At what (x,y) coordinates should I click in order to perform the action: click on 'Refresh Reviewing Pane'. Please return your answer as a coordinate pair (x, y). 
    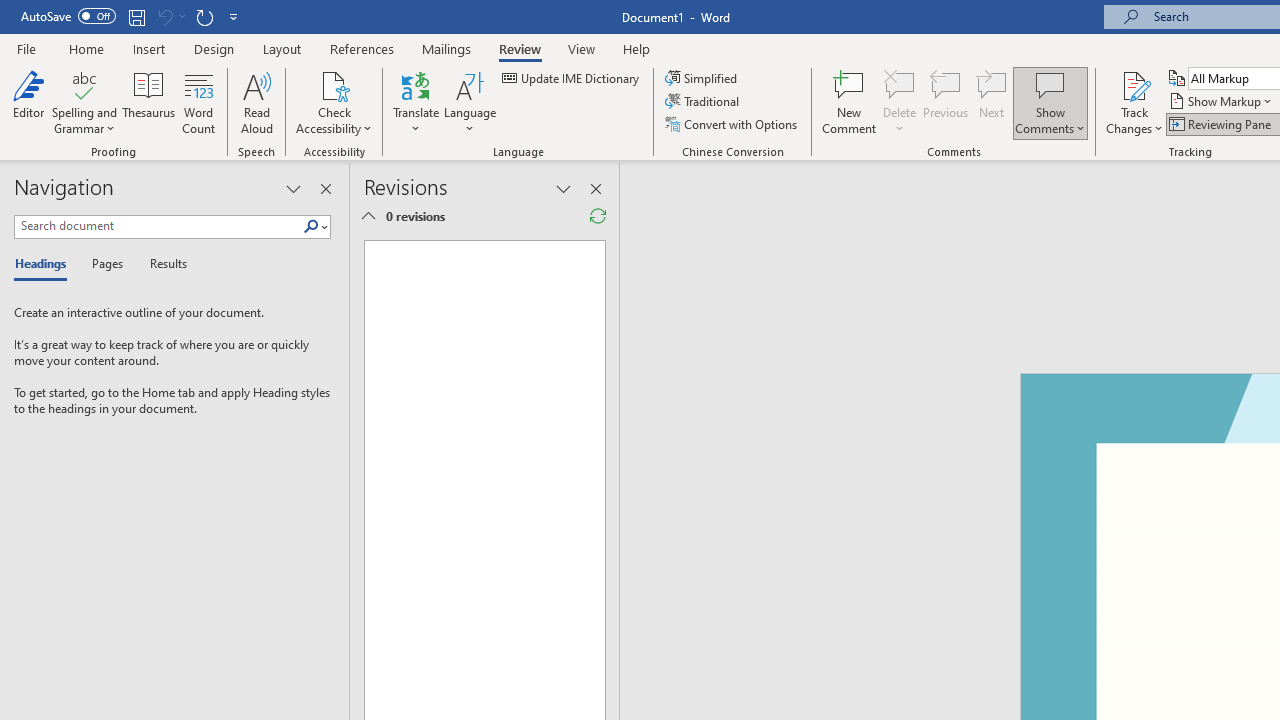
    Looking at the image, I should click on (596, 216).